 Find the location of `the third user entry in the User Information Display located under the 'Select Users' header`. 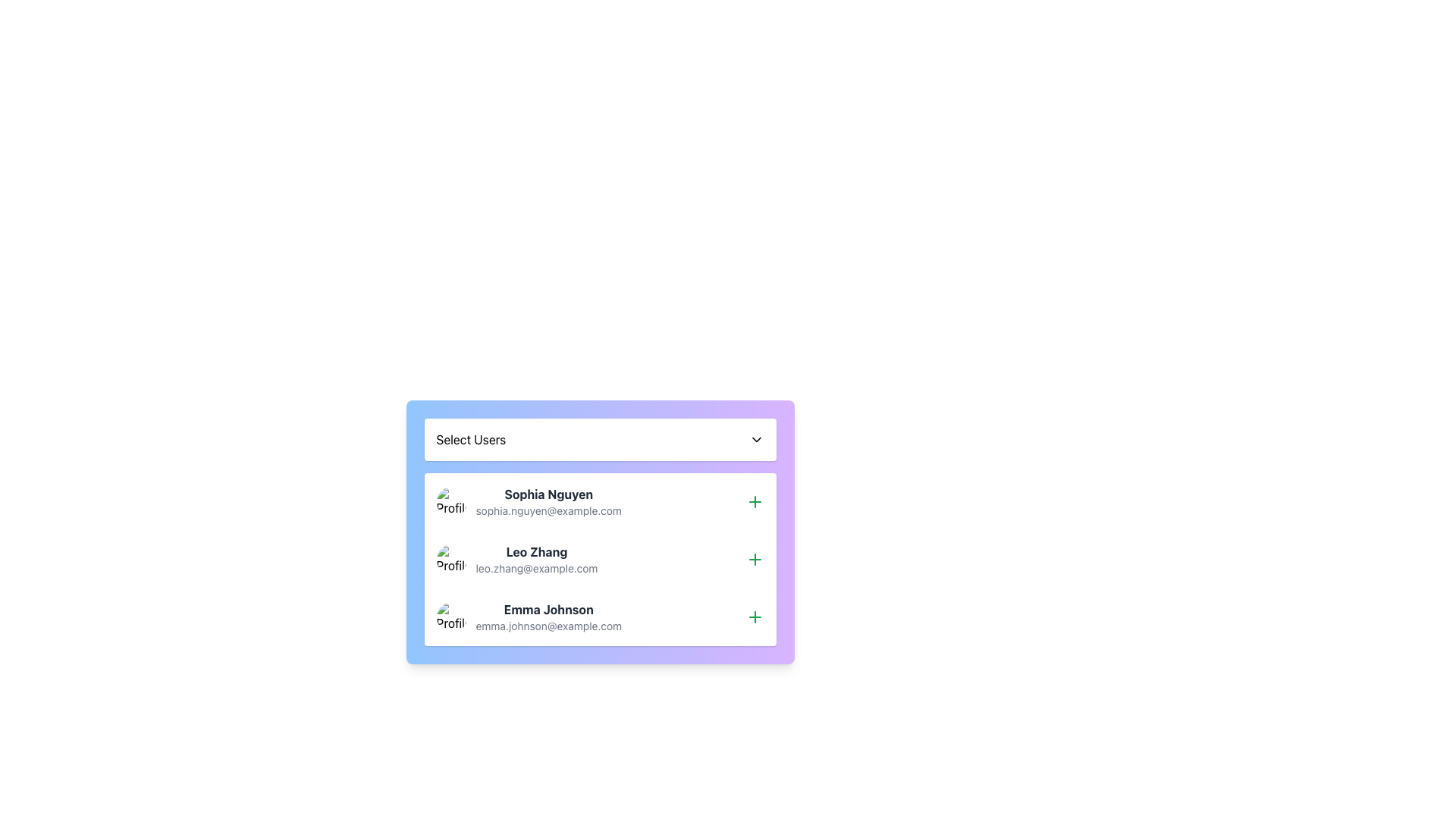

the third user entry in the User Information Display located under the 'Select Users' header is located at coordinates (529, 617).